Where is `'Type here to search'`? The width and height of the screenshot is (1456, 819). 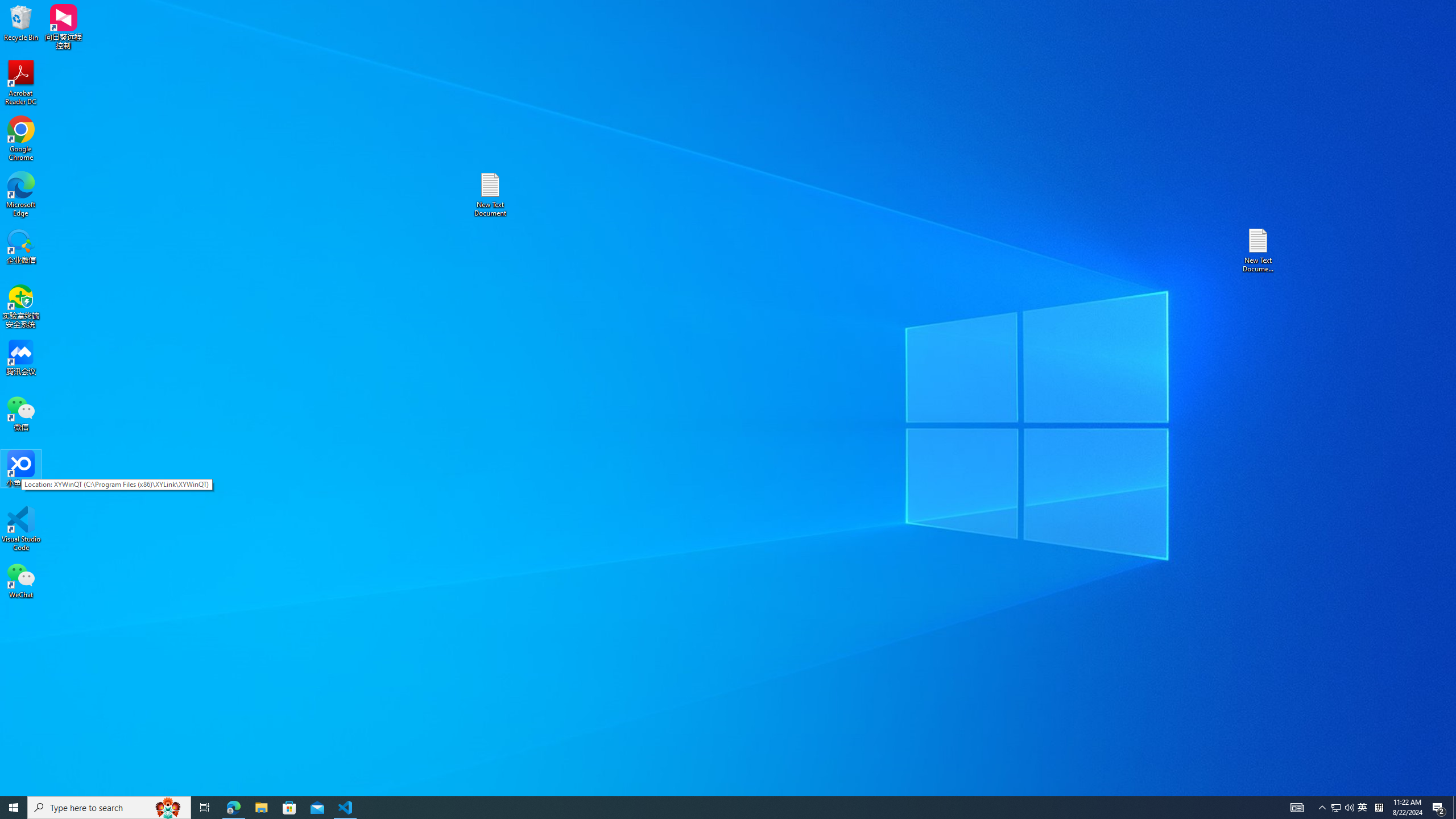
'Type here to search' is located at coordinates (109, 806).